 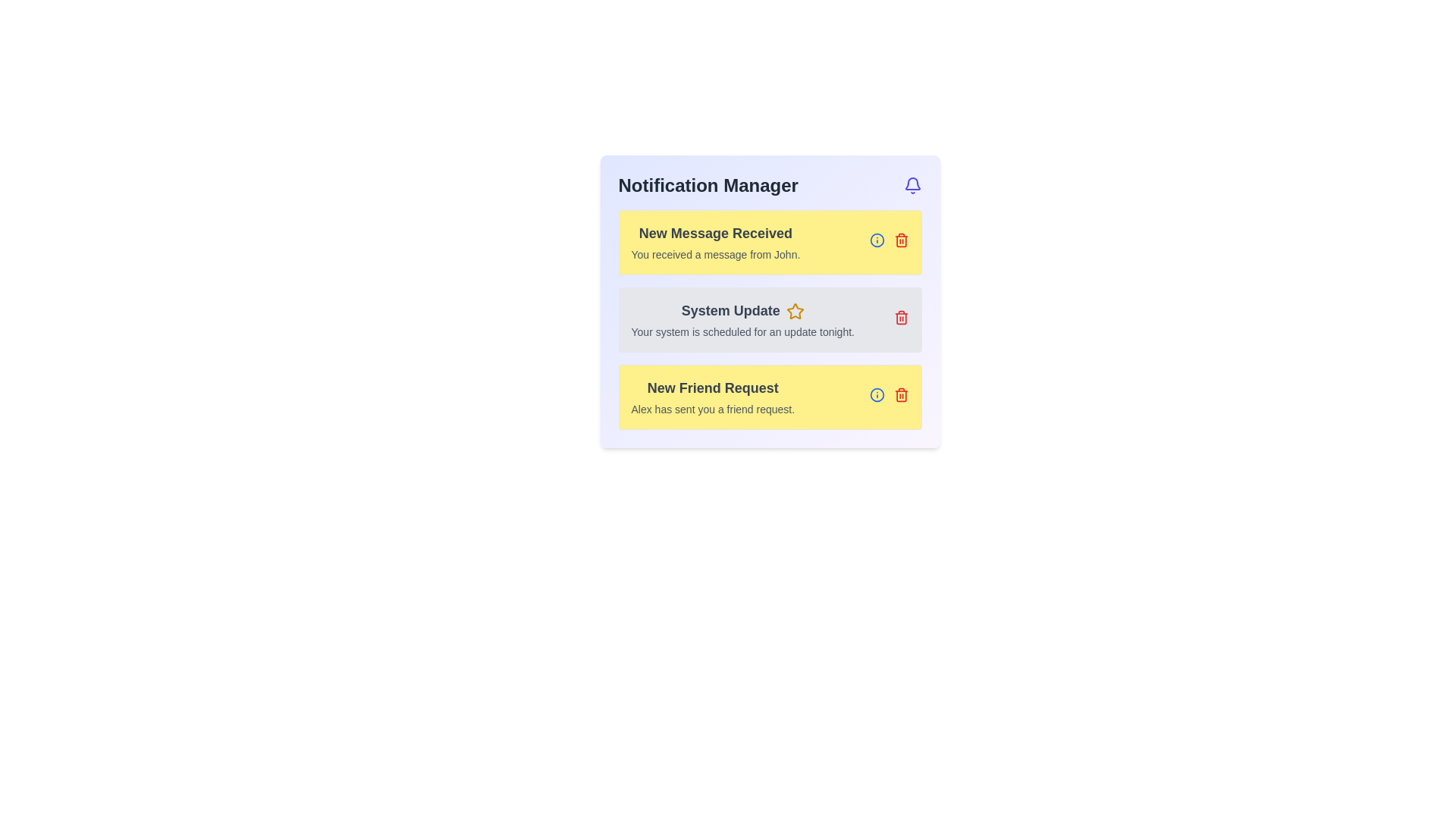 I want to click on the delete icon button located in the top-right corner of the yellow card titled 'New Friend Request', so click(x=901, y=394).